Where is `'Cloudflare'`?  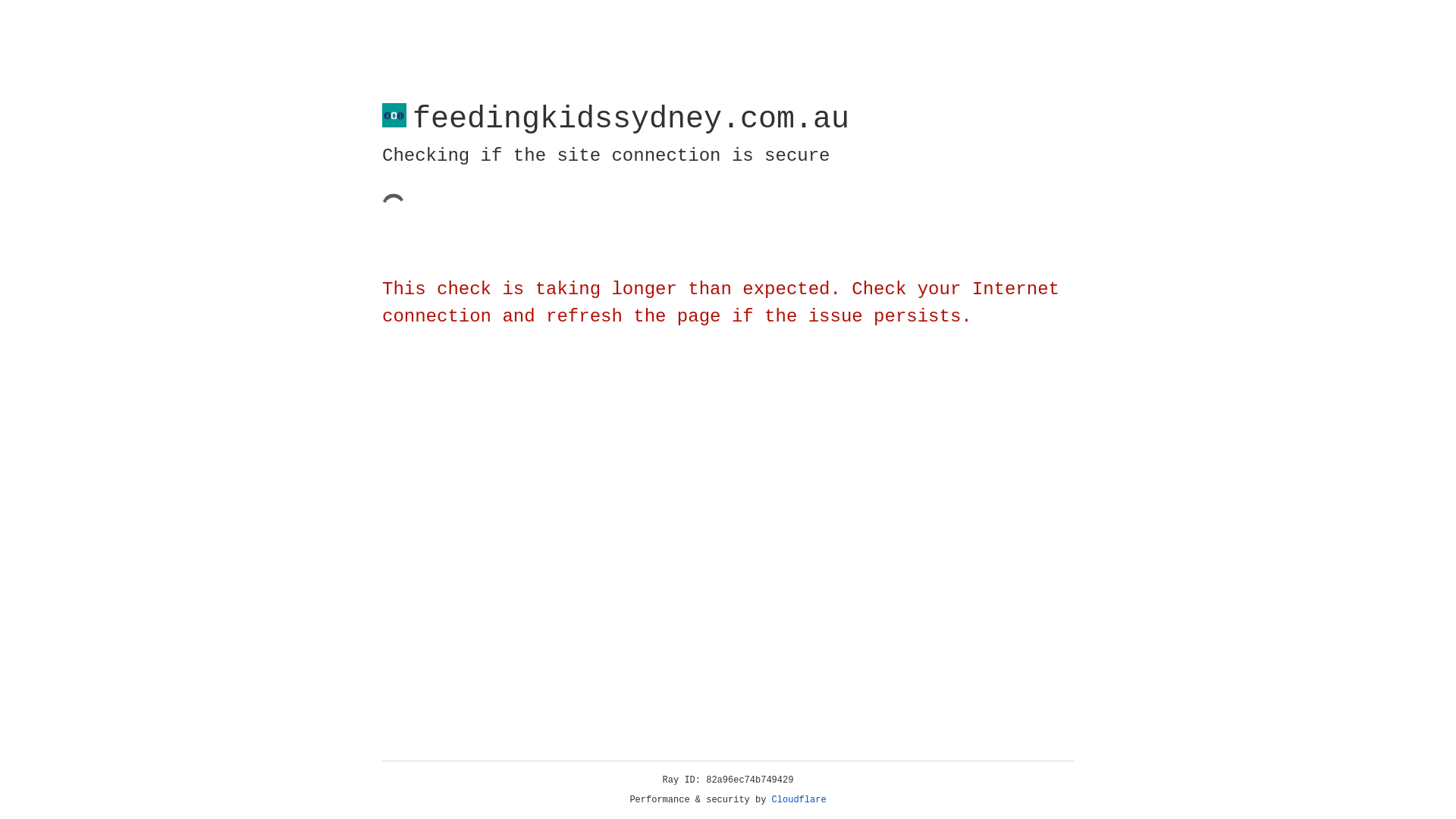
'Cloudflare' is located at coordinates (771, 799).